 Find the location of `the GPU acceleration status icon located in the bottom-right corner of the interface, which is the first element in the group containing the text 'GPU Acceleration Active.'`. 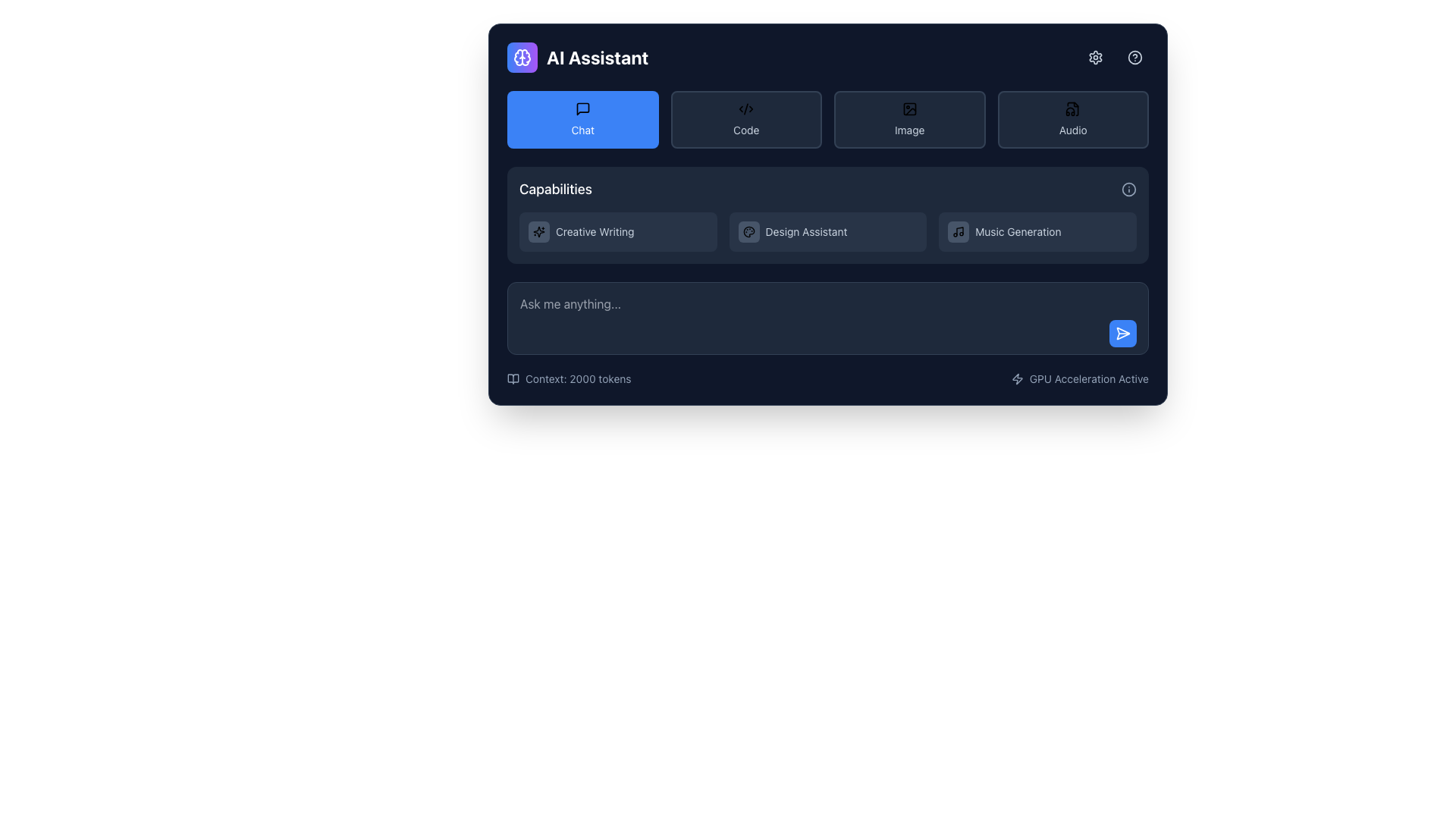

the GPU acceleration status icon located in the bottom-right corner of the interface, which is the first element in the group containing the text 'GPU Acceleration Active.' is located at coordinates (1017, 378).